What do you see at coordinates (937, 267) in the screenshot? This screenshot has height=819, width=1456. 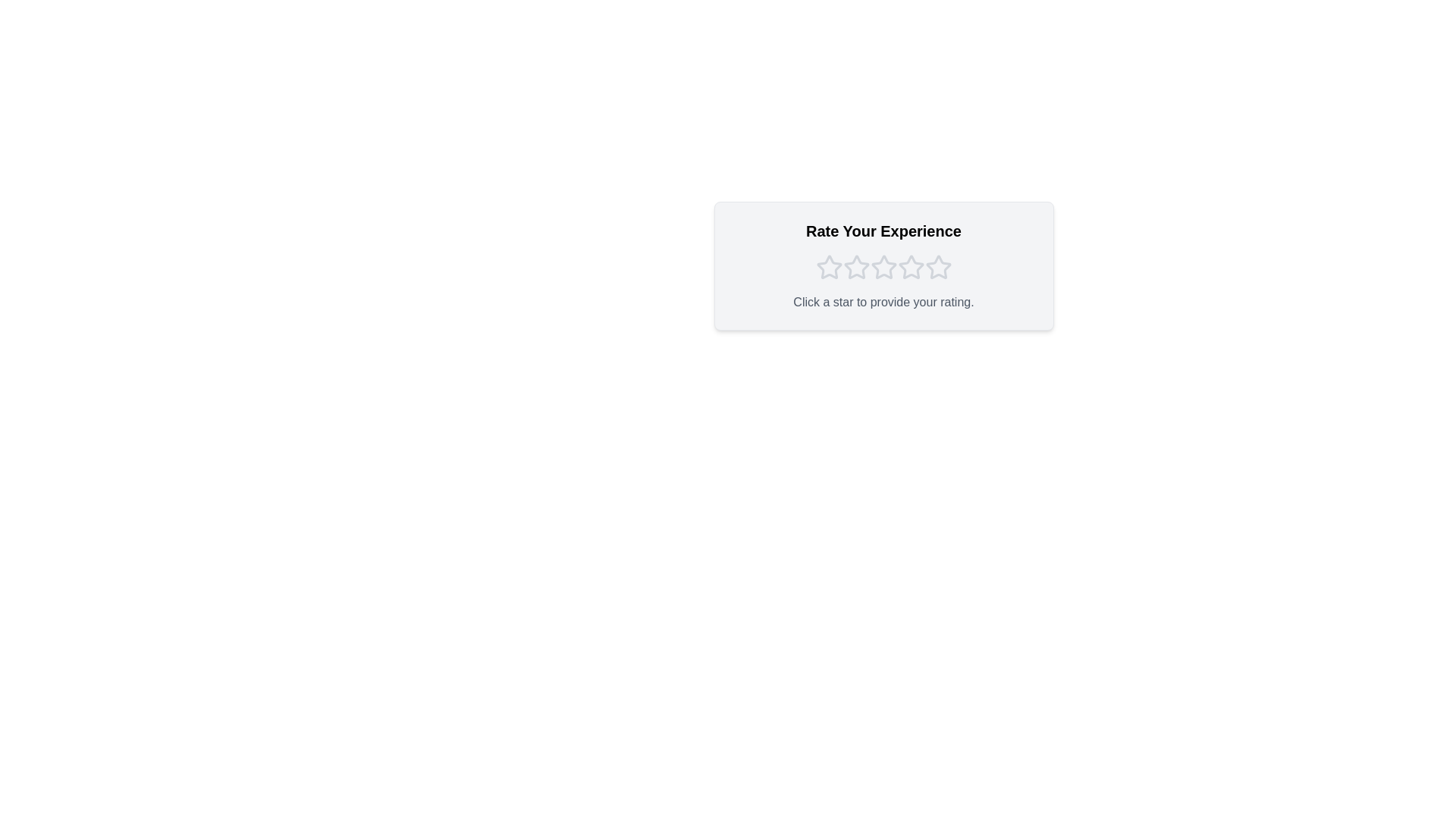 I see `the star corresponding to 5 to preview the selection` at bounding box center [937, 267].